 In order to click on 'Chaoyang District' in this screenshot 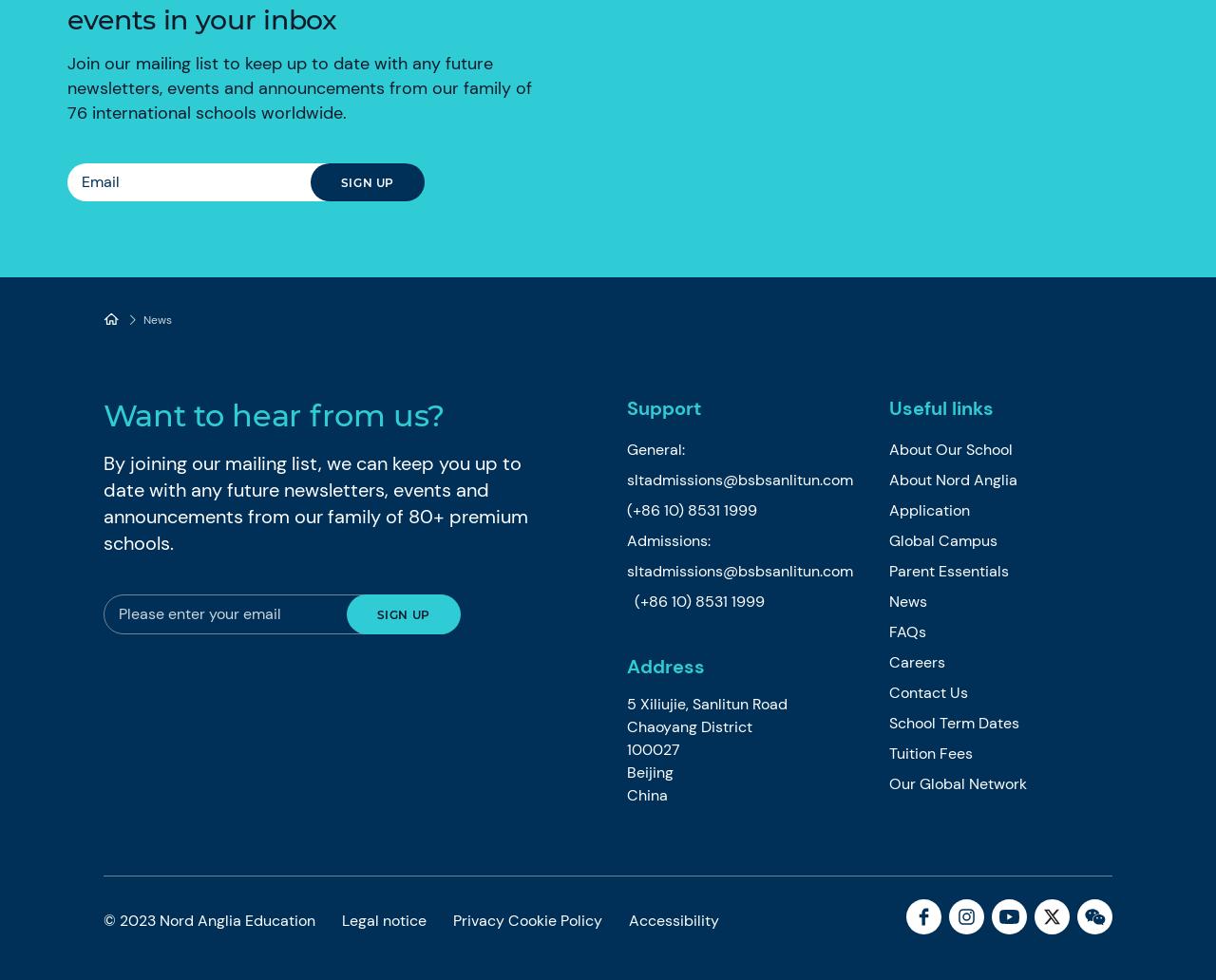, I will do `click(689, 726)`.